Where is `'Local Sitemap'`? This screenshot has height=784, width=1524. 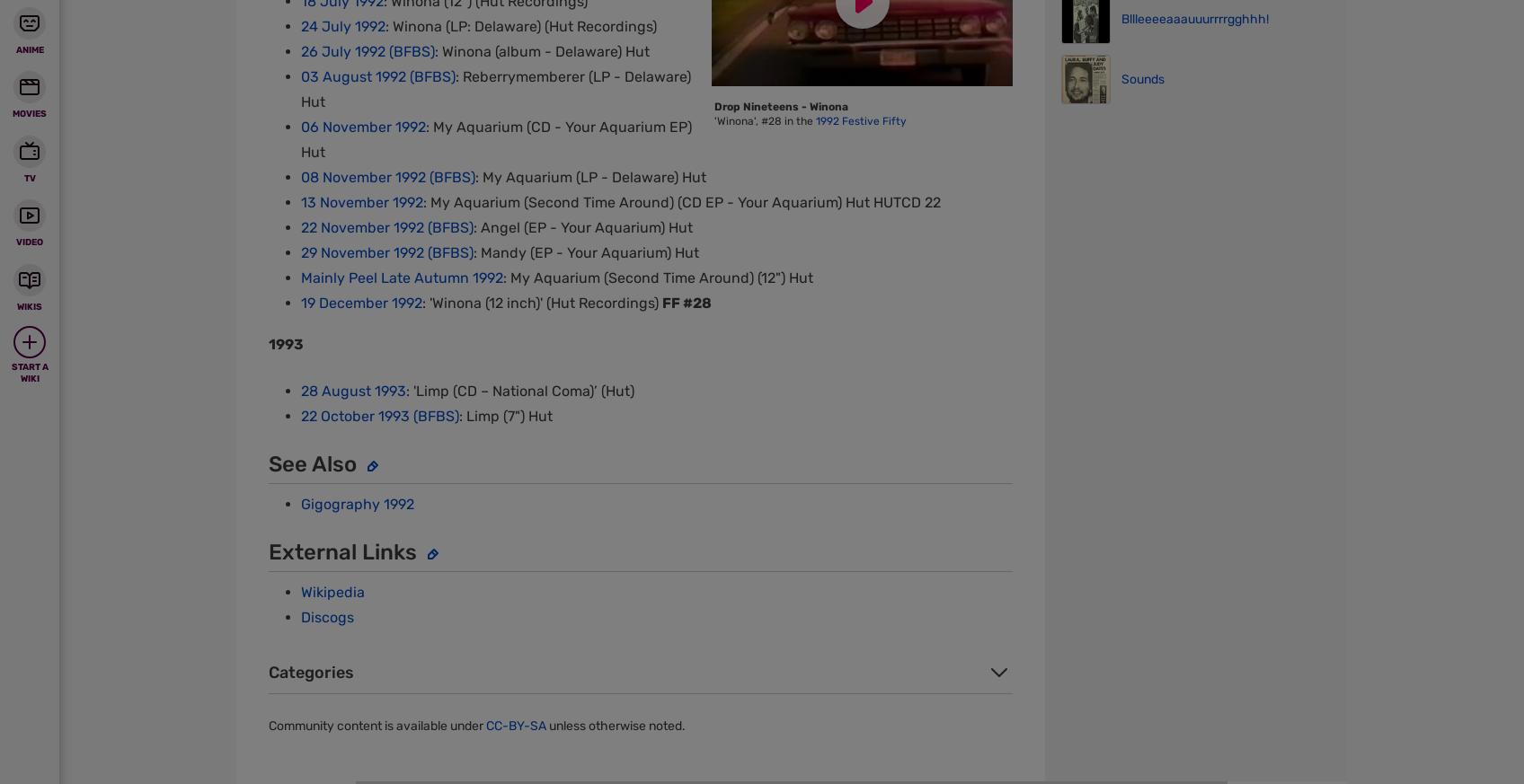 'Local Sitemap' is located at coordinates (615, 127).